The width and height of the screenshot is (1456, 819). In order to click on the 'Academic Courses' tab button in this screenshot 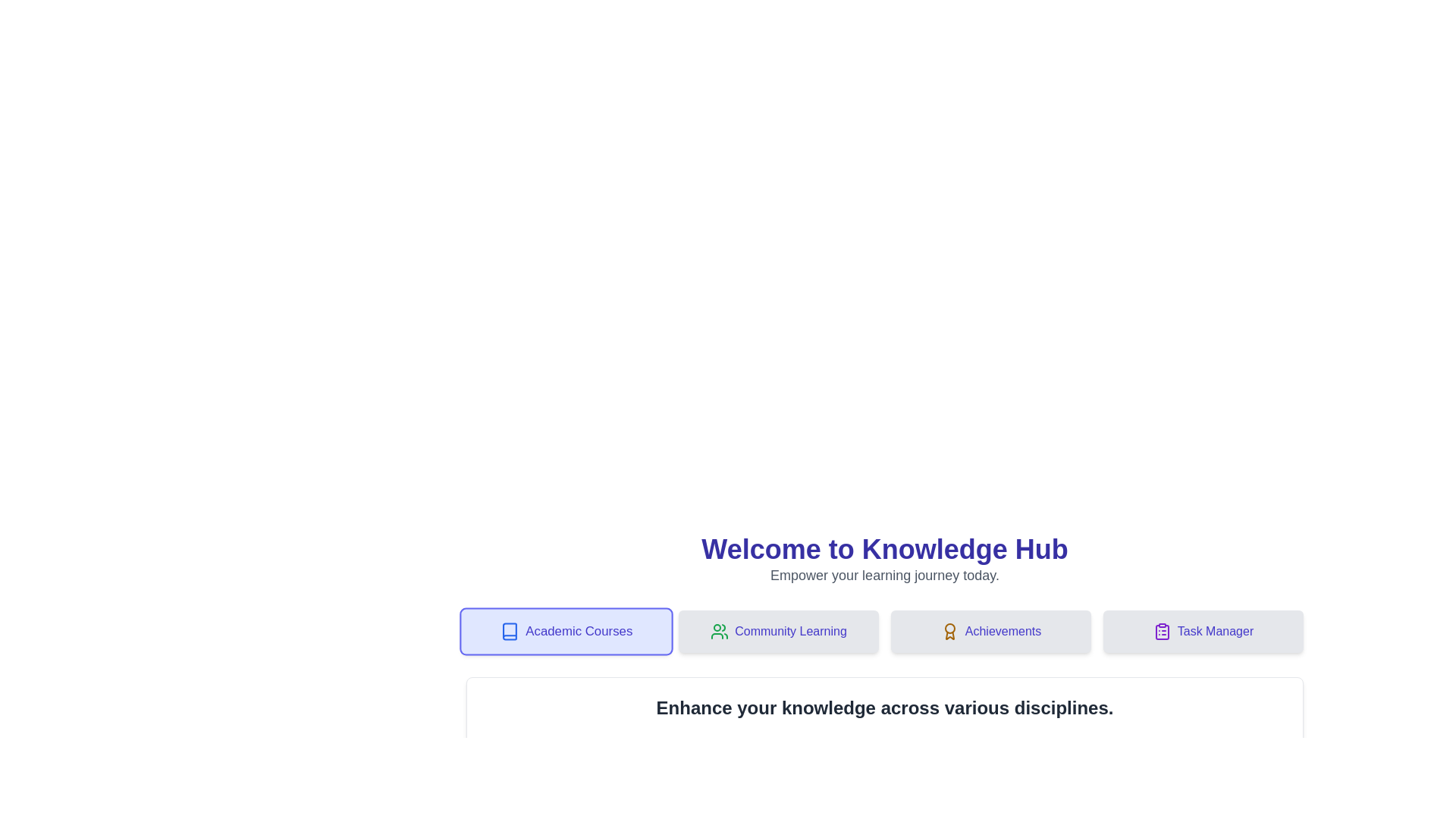, I will do `click(566, 632)`.